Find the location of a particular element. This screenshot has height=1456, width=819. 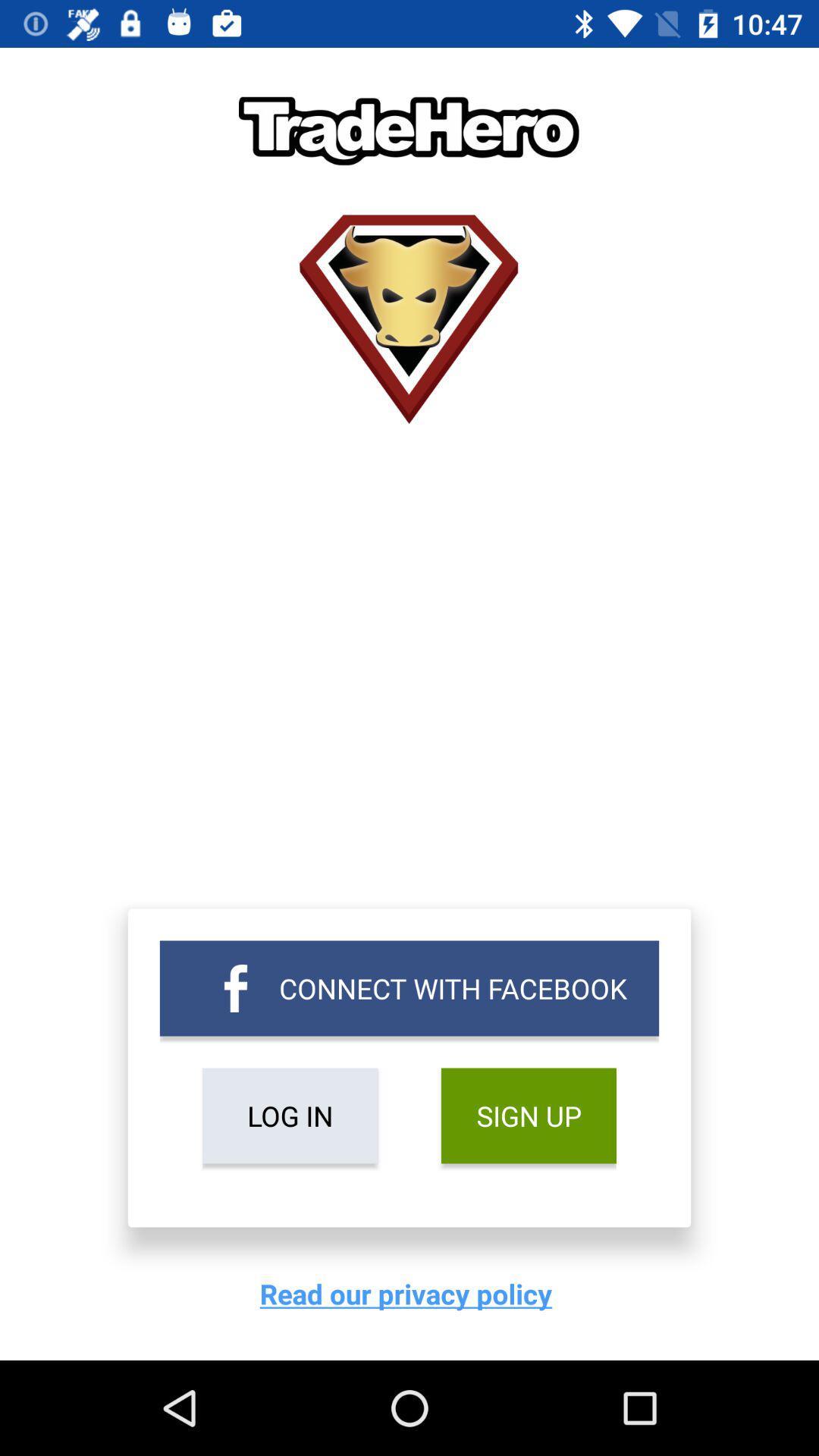

connect with facebook icon is located at coordinates (409, 988).